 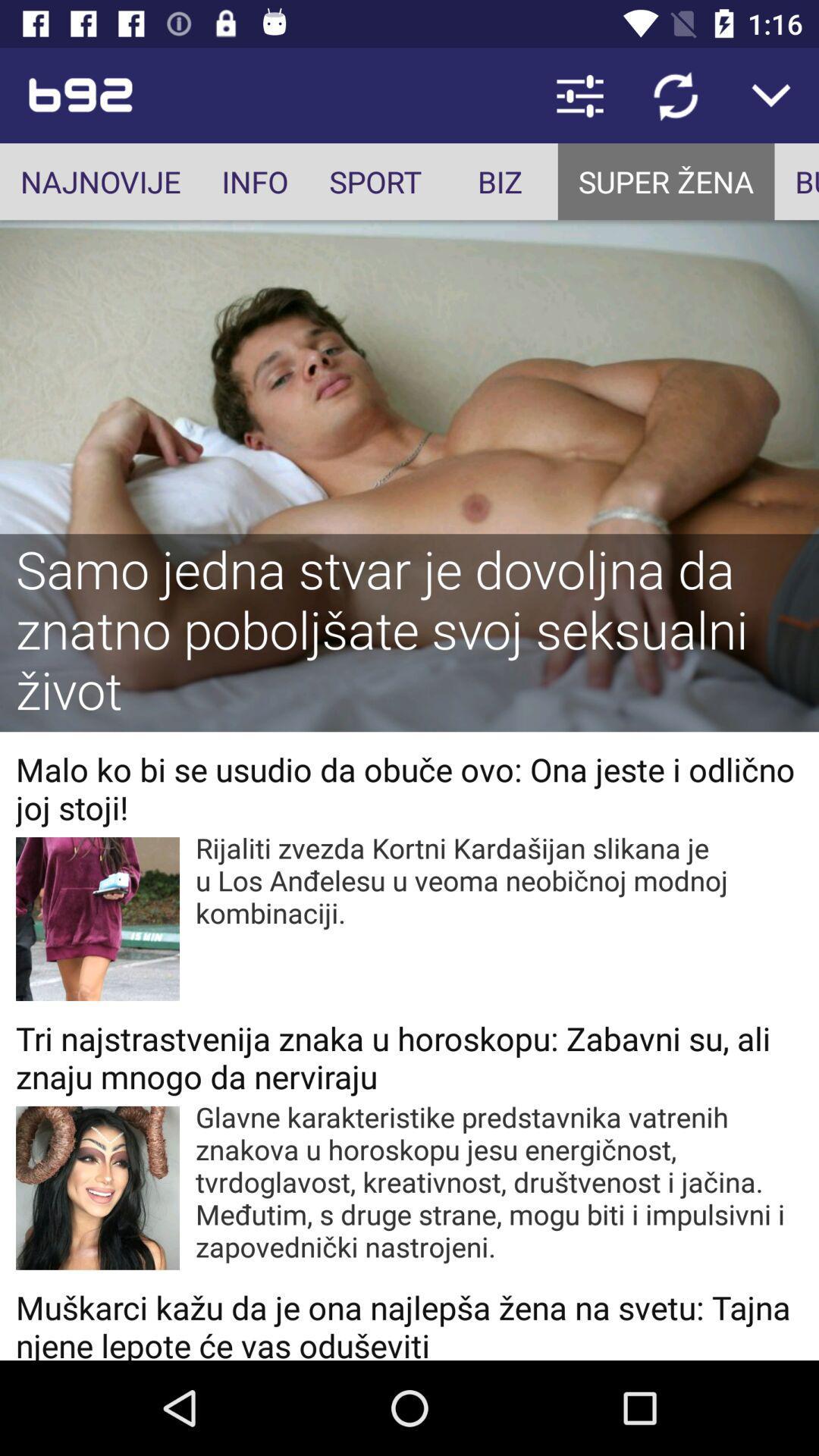 I want to click on icon above rijaliti zvezda kortni item, so click(x=409, y=788).